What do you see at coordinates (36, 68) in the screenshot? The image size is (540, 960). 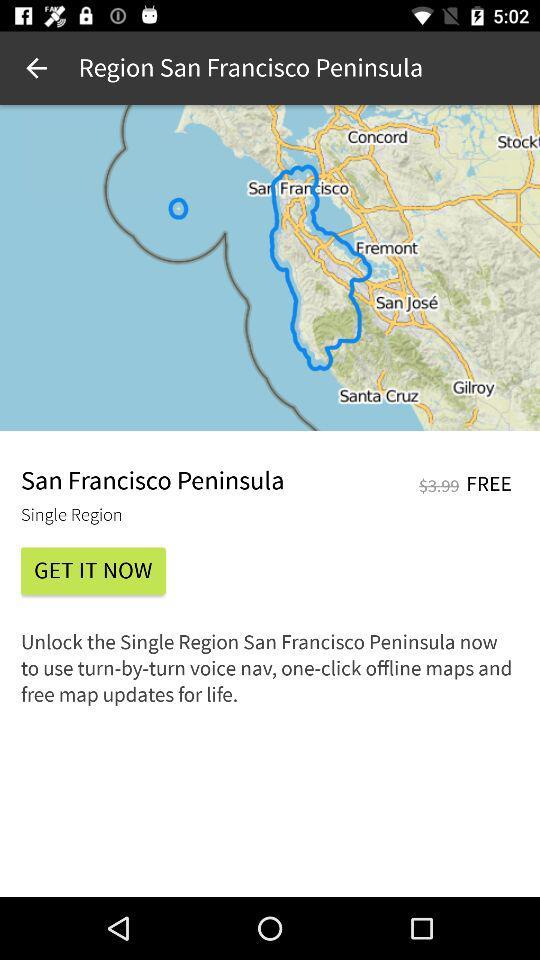 I see `app next to the region san francisco item` at bounding box center [36, 68].